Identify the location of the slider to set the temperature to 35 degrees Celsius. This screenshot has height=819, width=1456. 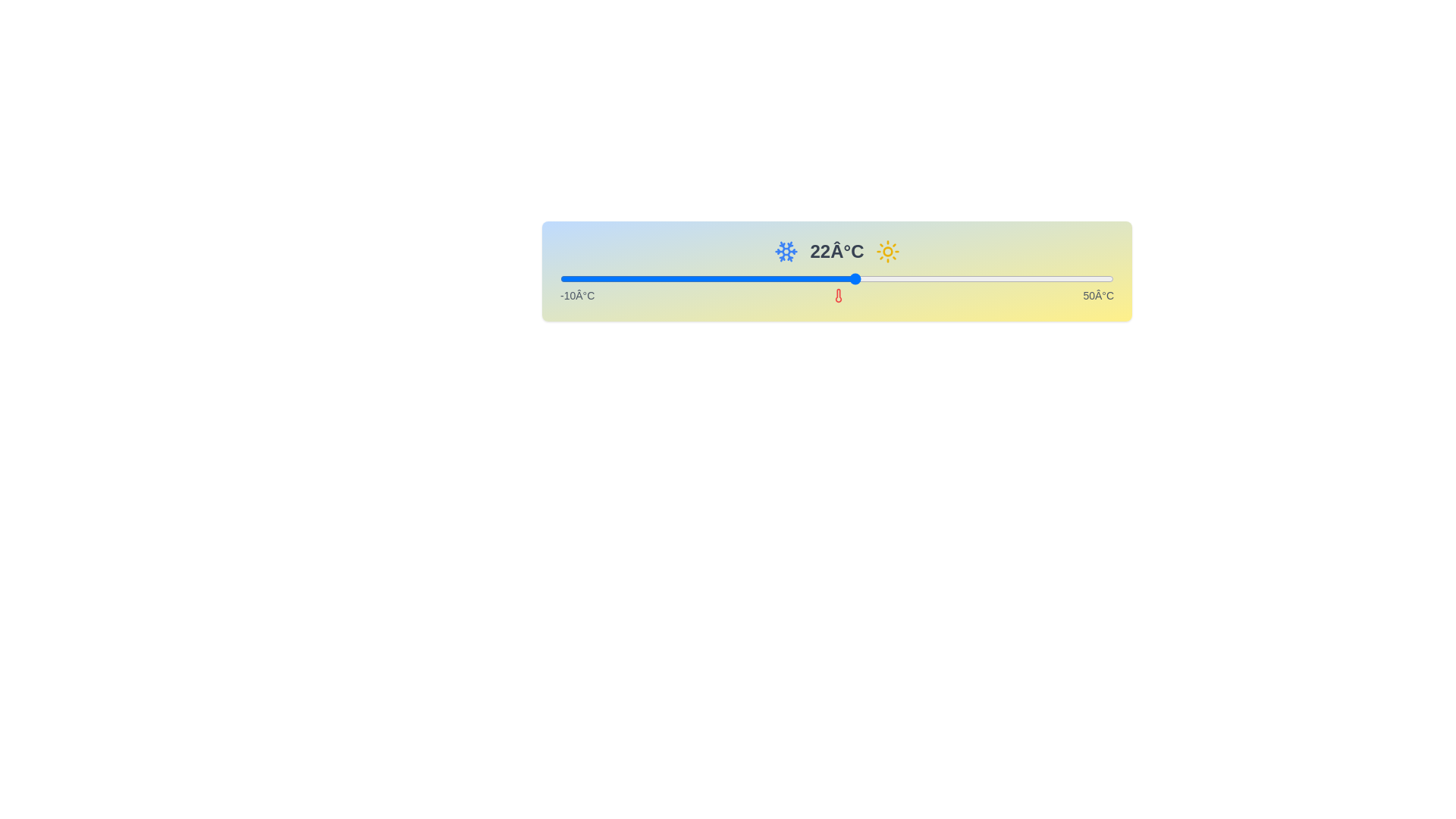
(975, 278).